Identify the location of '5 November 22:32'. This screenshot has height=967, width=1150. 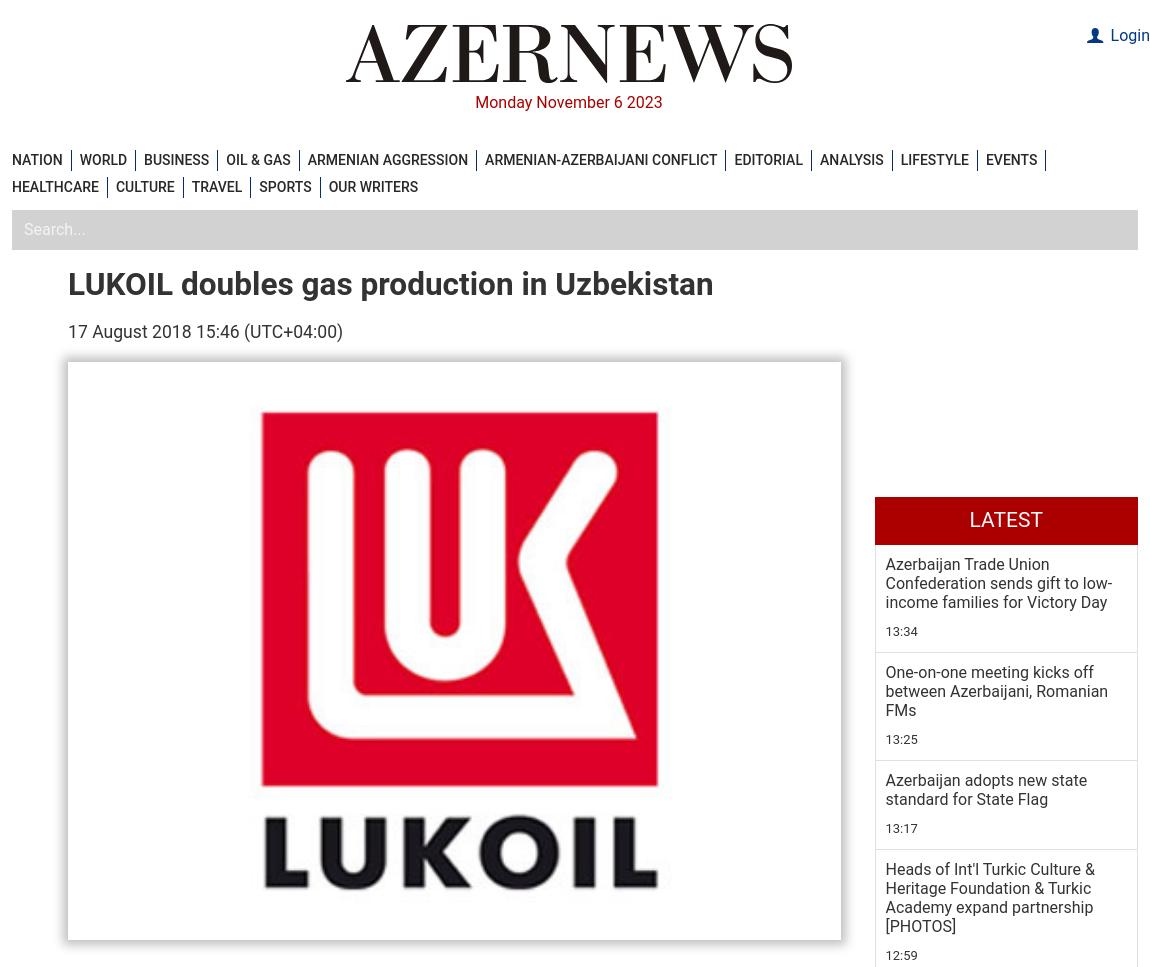
(885, 553).